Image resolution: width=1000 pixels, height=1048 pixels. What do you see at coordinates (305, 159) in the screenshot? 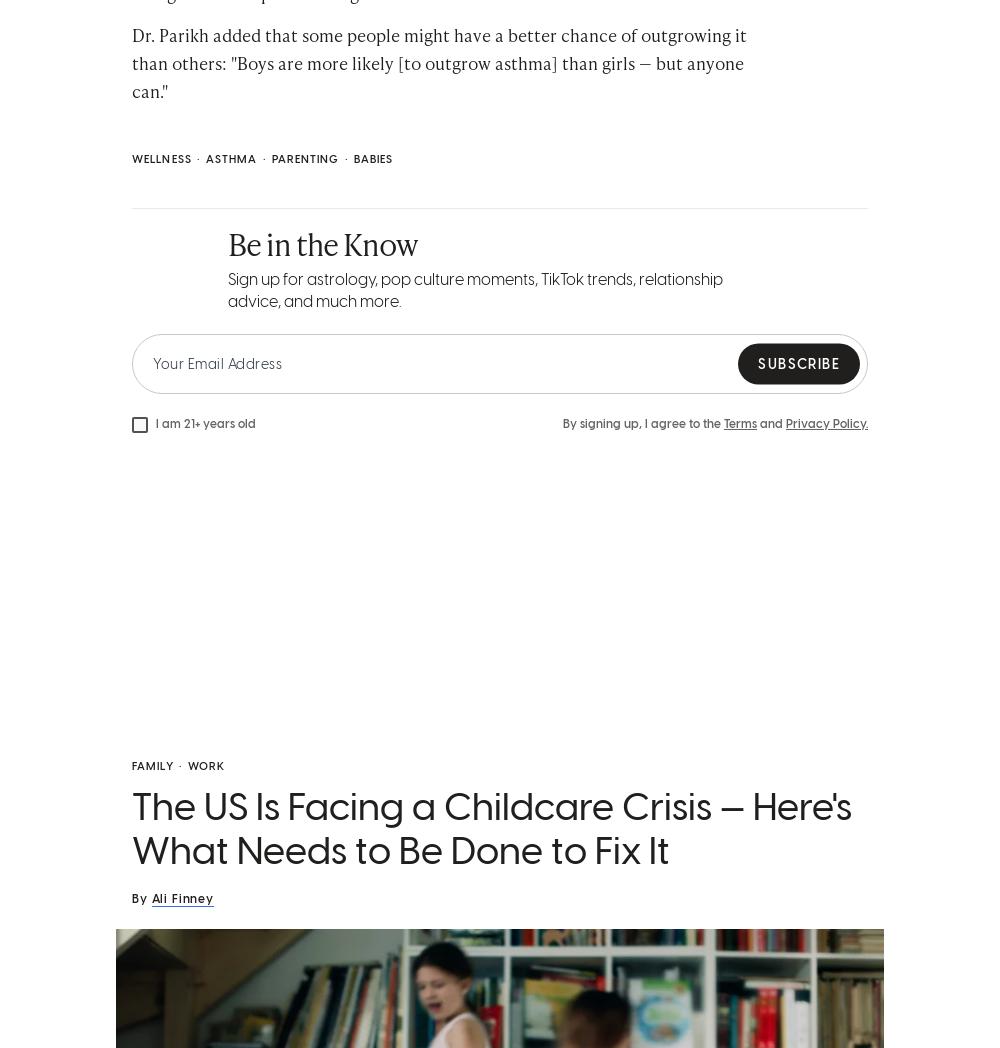
I see `'Parenting'` at bounding box center [305, 159].